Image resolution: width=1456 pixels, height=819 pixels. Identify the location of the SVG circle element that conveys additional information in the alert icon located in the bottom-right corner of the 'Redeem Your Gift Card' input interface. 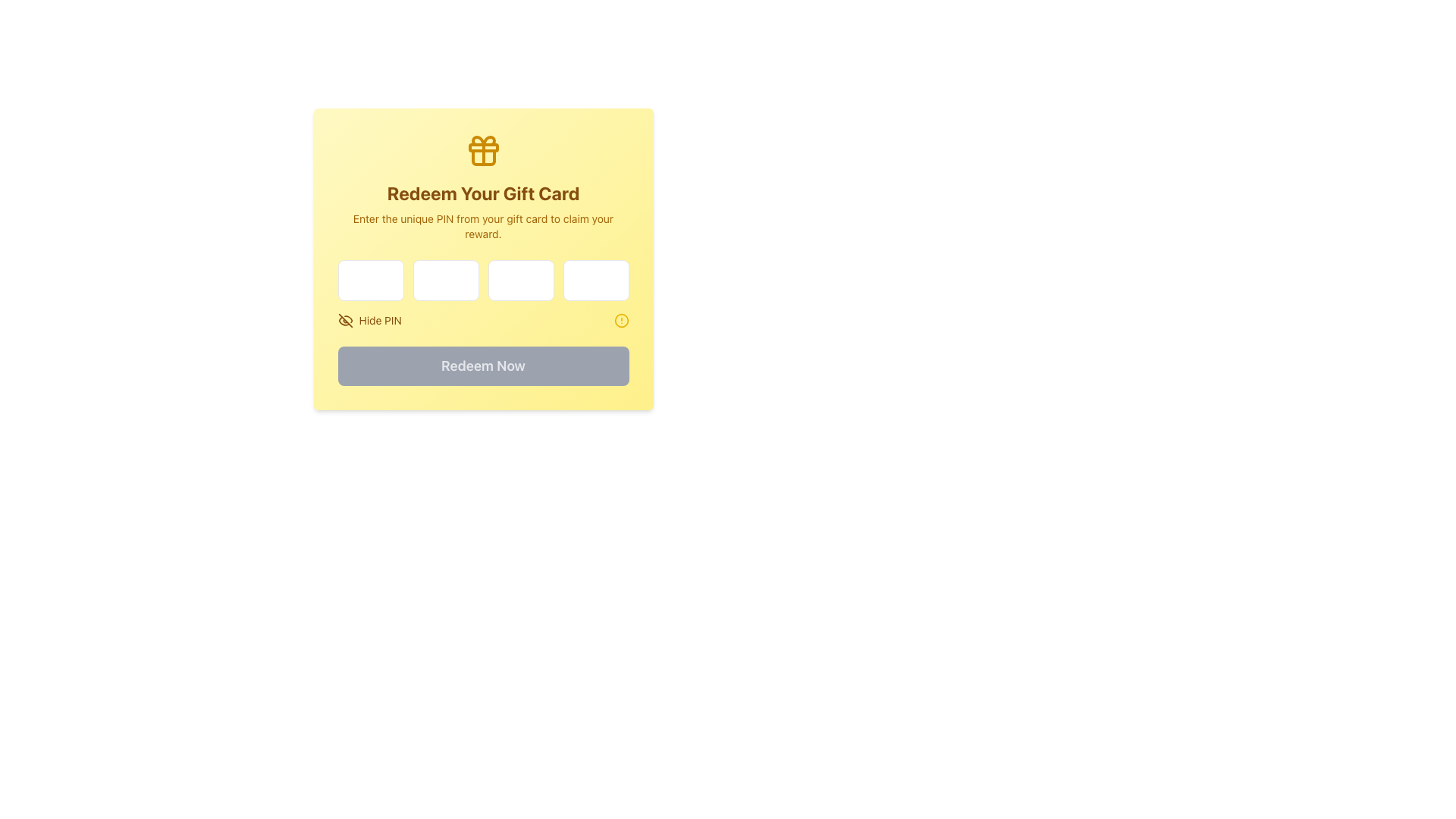
(621, 320).